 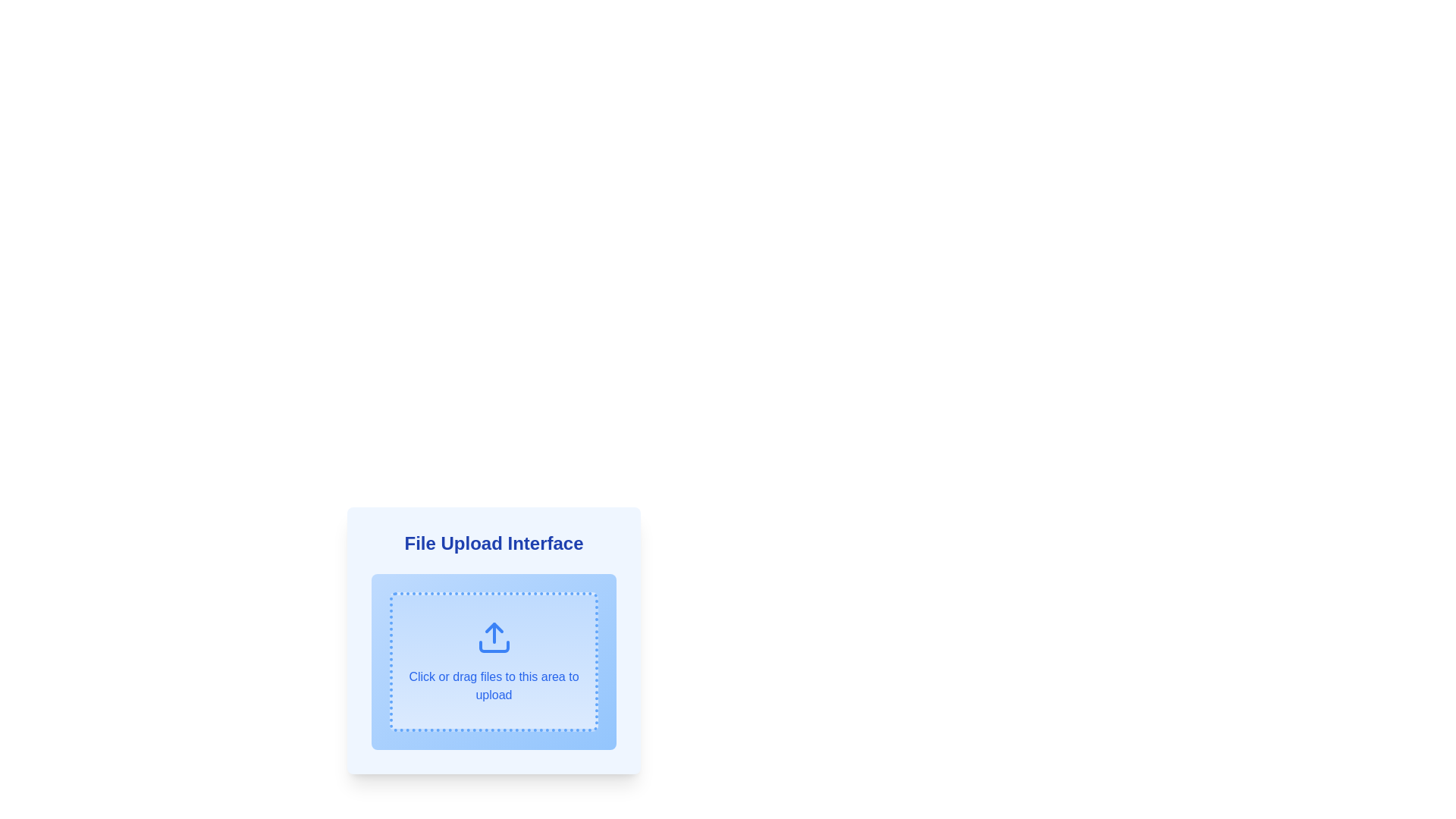 I want to click on files onto the File Upload Interface, which features a title and an outlined rectangle with dashed borders indicating upload functionality, so click(x=494, y=646).